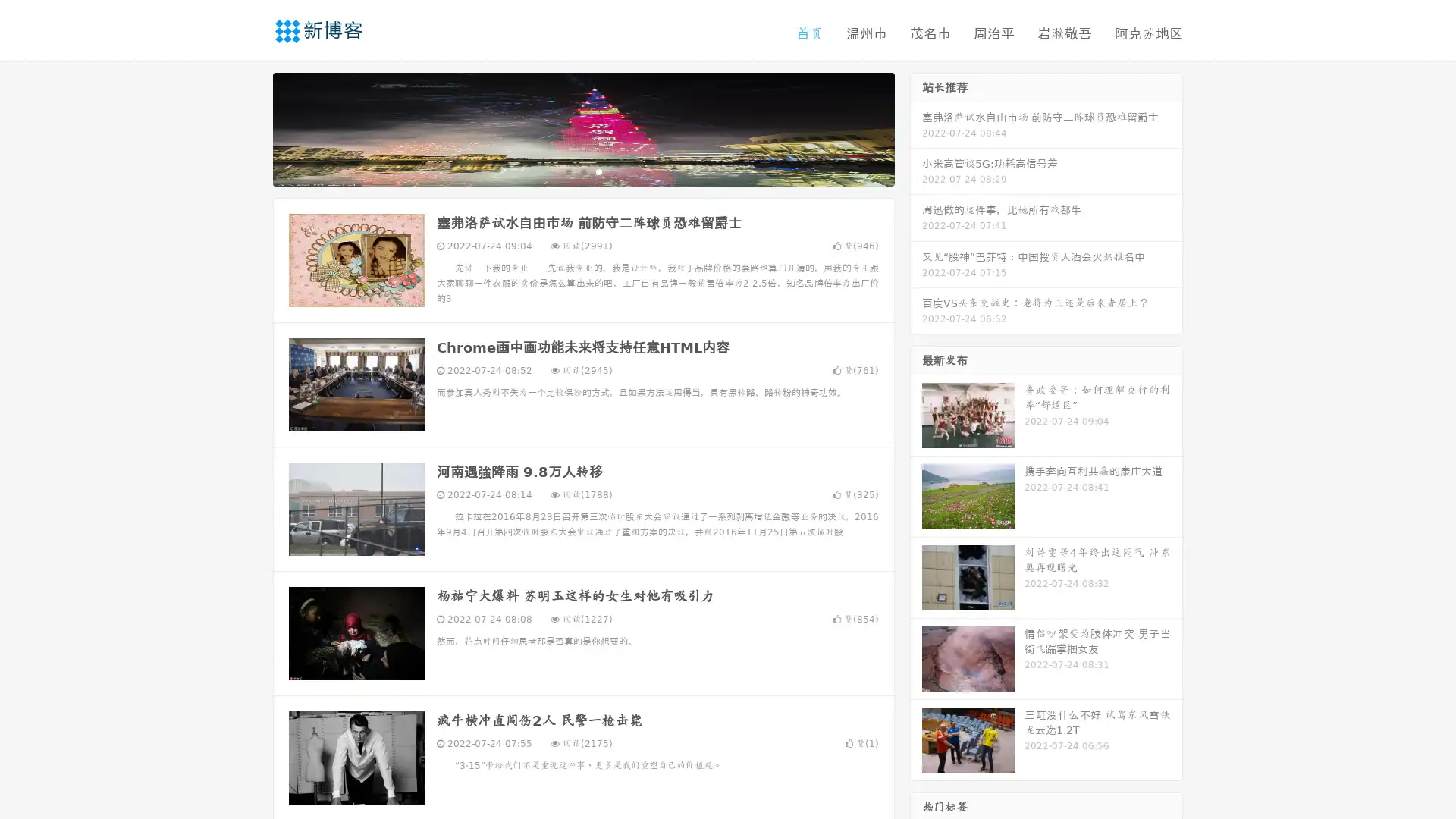 Image resolution: width=1456 pixels, height=819 pixels. Describe the element at coordinates (567, 171) in the screenshot. I see `Go to slide 1` at that location.